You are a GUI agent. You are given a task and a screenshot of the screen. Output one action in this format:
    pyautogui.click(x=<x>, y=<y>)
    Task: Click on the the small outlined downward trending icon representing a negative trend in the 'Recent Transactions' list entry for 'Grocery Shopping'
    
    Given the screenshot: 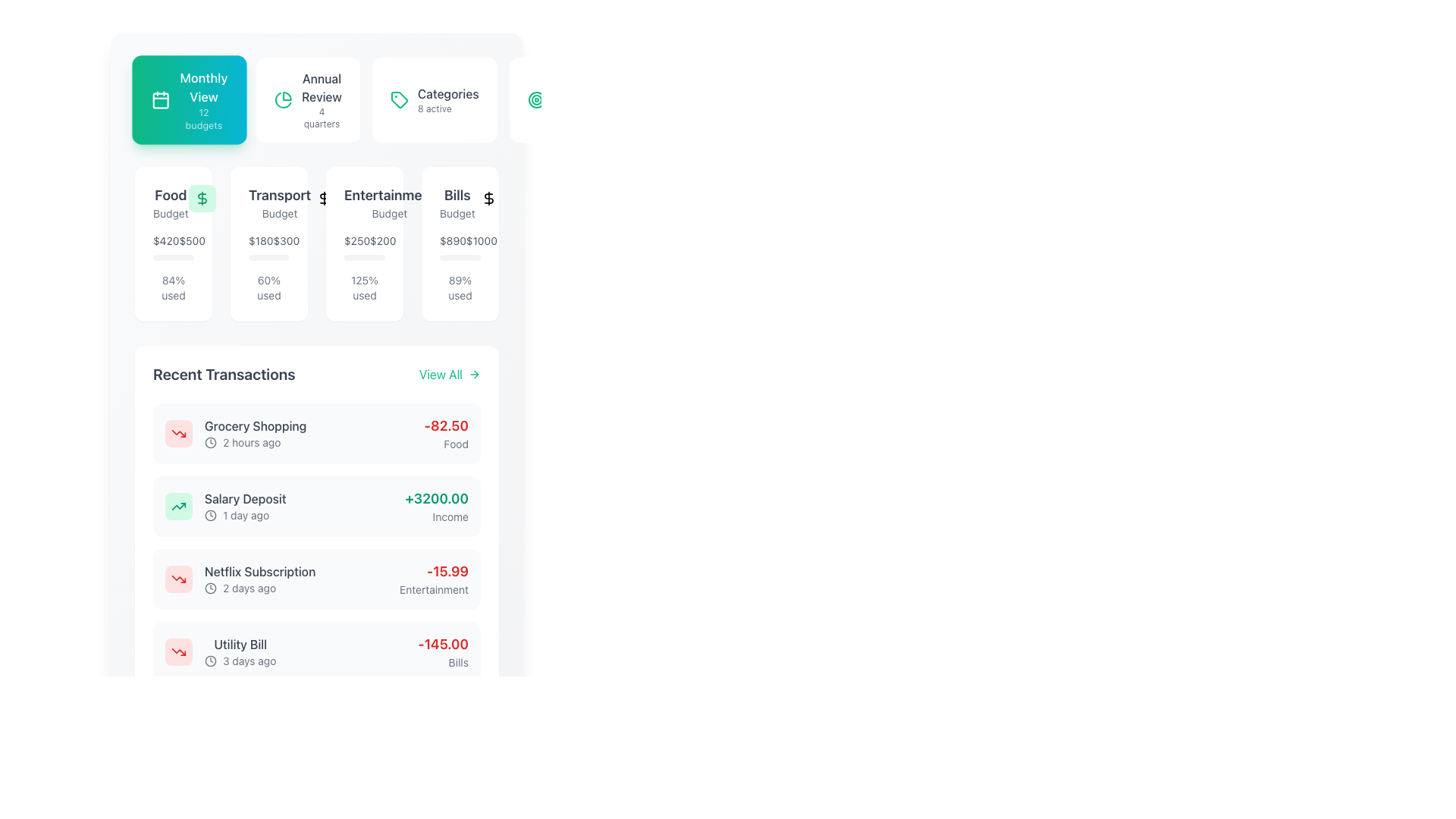 What is the action you would take?
    pyautogui.click(x=178, y=651)
    